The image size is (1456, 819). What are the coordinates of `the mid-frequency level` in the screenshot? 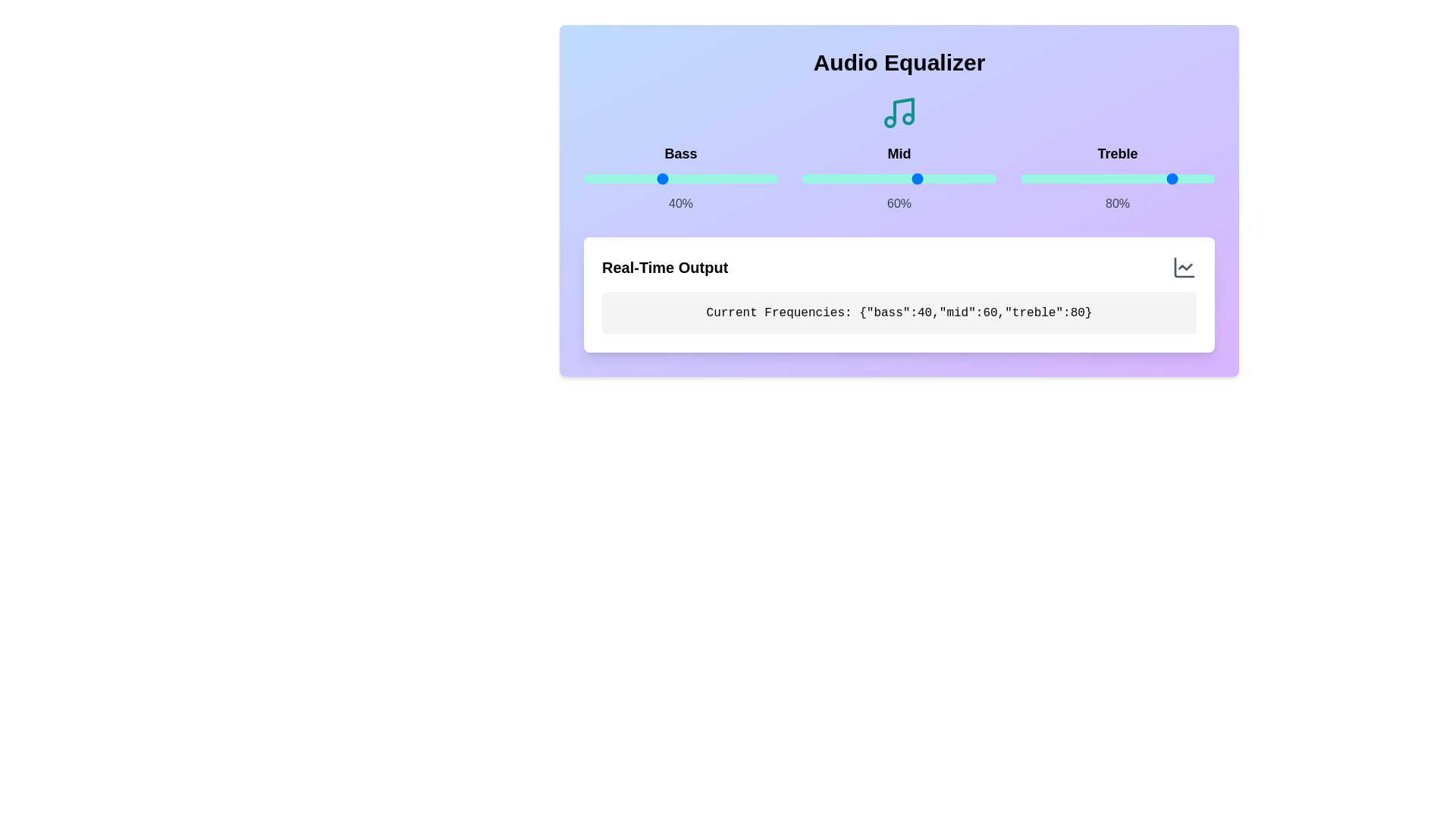 It's located at (929, 177).